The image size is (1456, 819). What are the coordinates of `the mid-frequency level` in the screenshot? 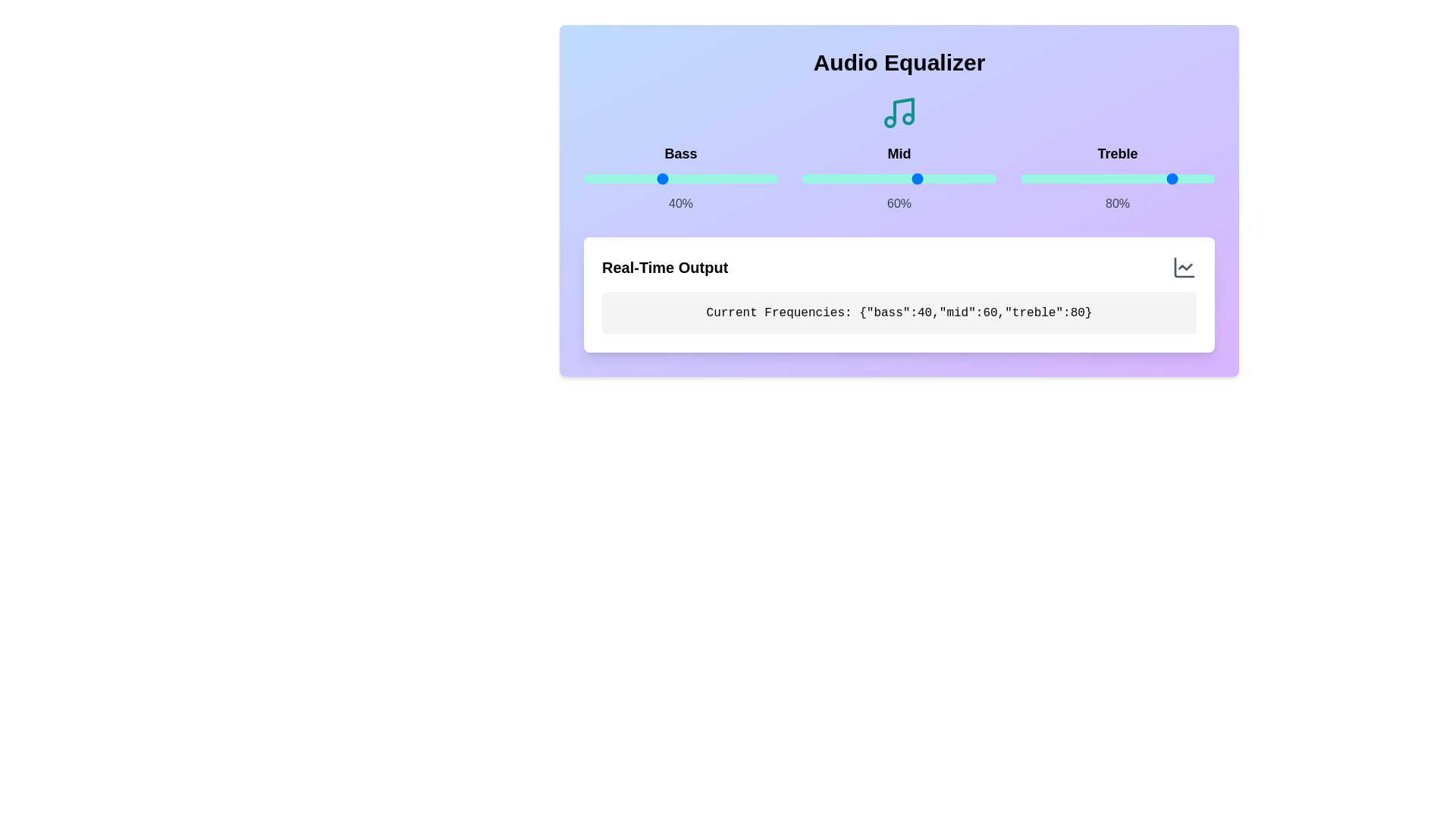 It's located at (929, 177).